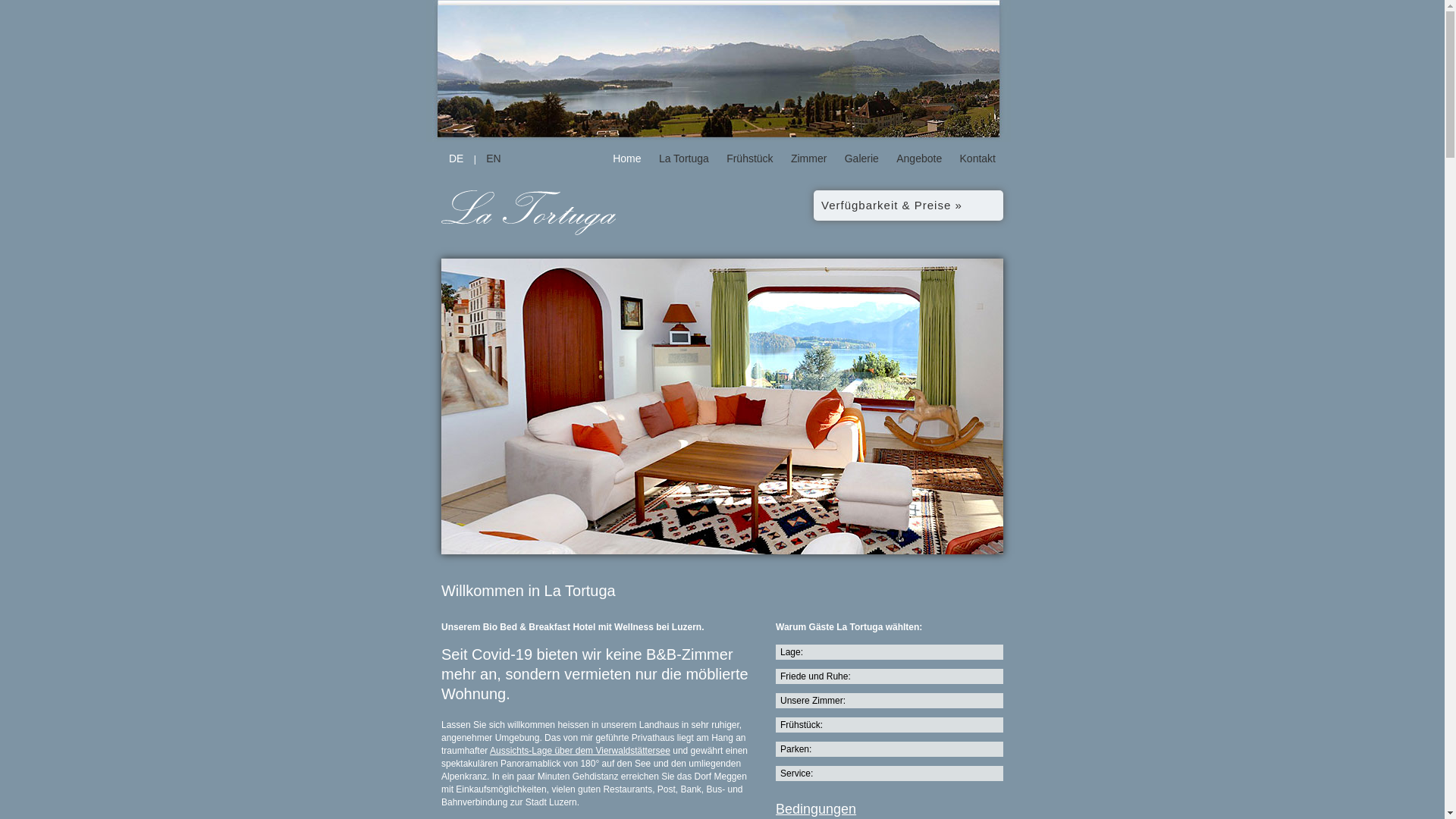 The width and height of the screenshot is (1456, 819). What do you see at coordinates (493, 158) in the screenshot?
I see `'EN'` at bounding box center [493, 158].